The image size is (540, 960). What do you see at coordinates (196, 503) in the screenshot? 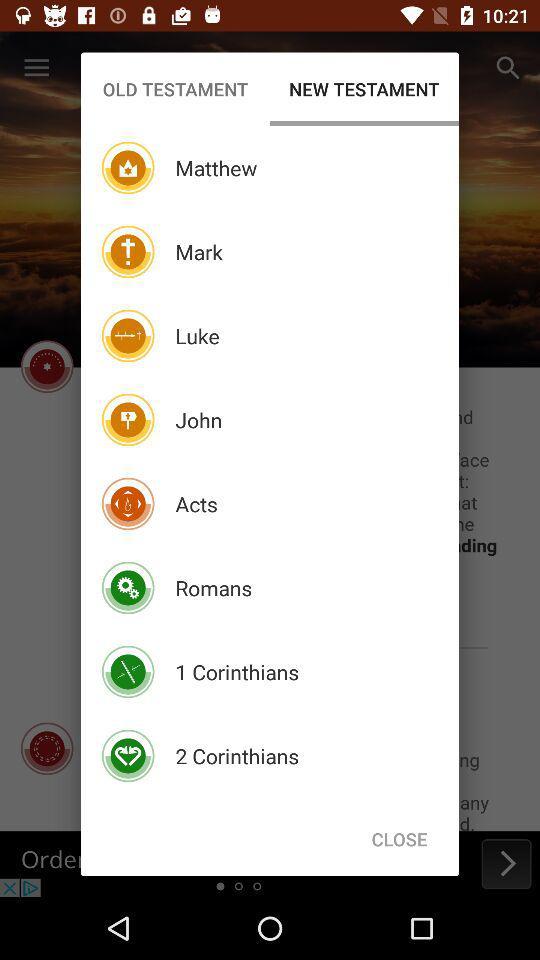
I see `the icon above romans icon` at bounding box center [196, 503].